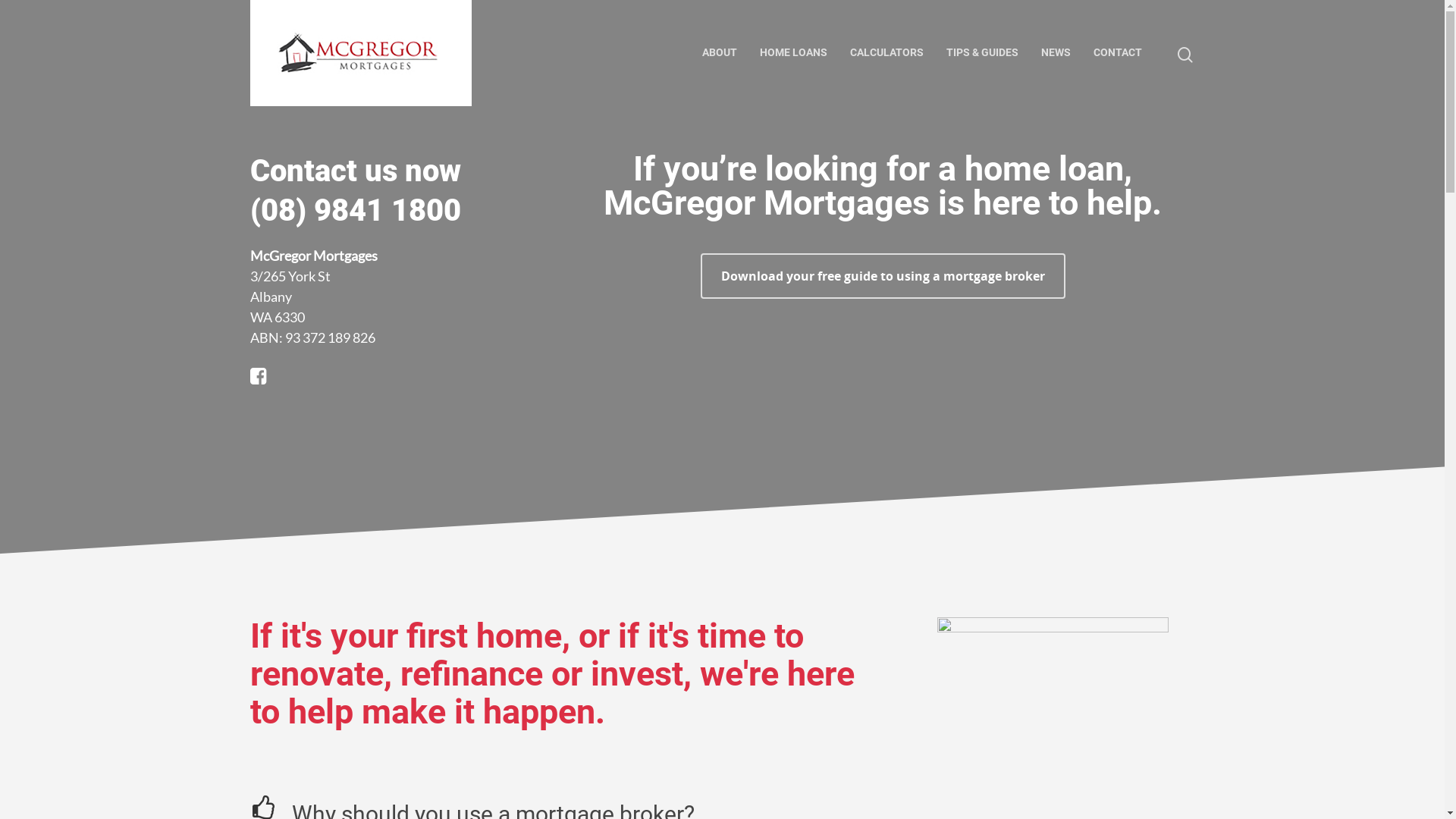 This screenshot has width=1456, height=819. I want to click on 'CONTACT', so click(1093, 52).